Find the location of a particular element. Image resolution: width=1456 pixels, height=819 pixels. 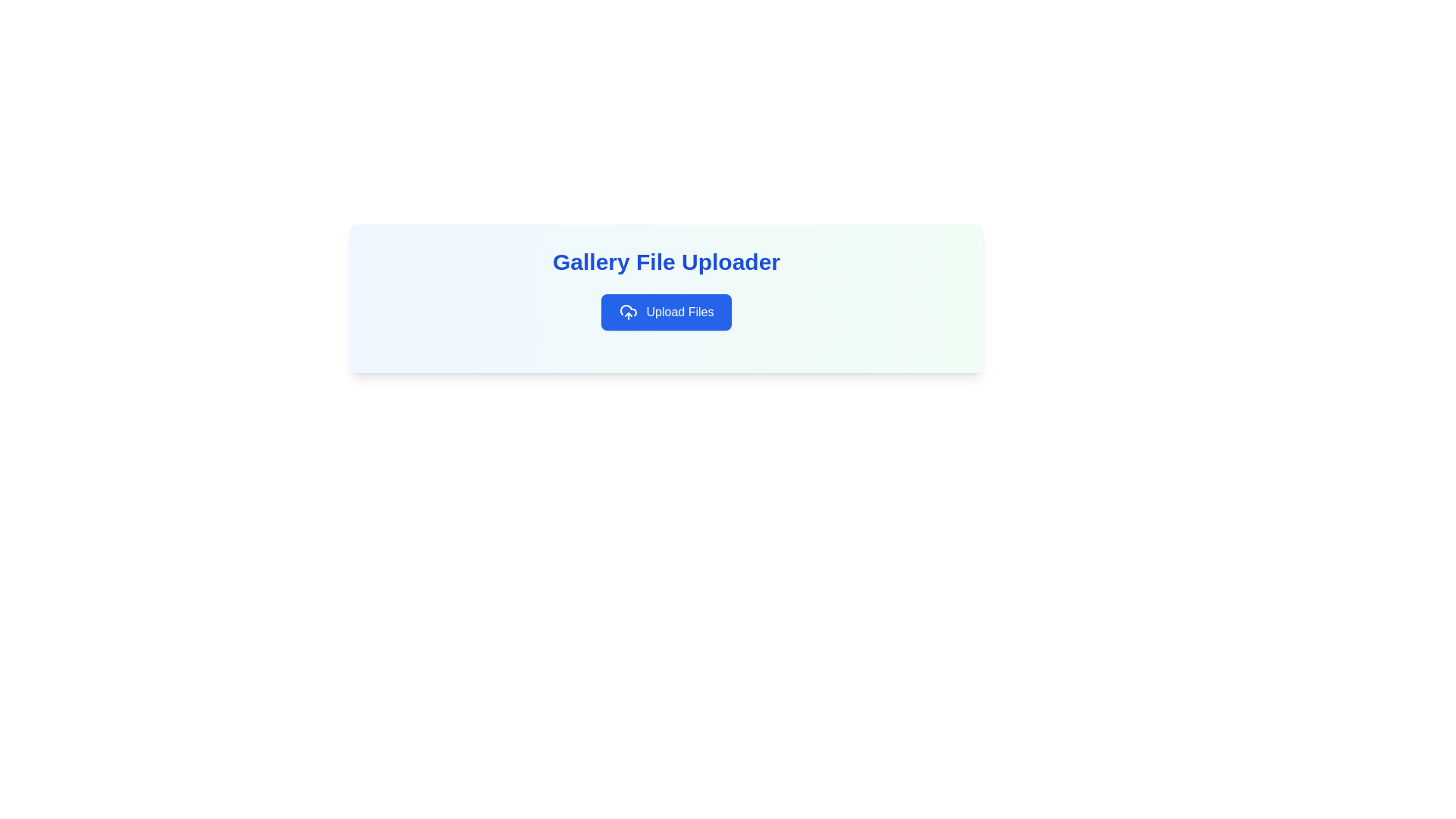

the 'Upload Files' button in the file uploader interface to observe the hover effects is located at coordinates (666, 298).